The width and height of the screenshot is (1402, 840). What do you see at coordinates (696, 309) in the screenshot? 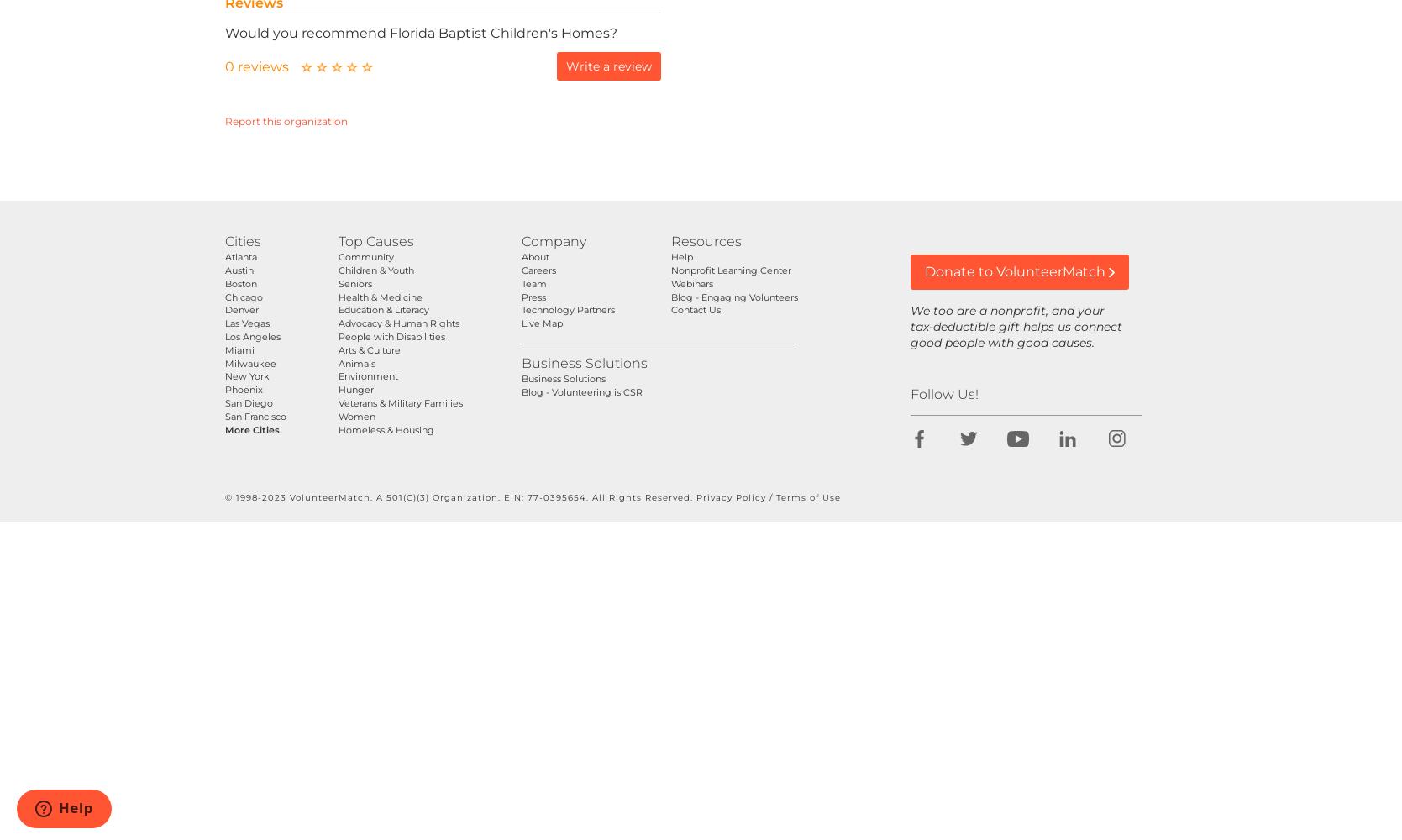
I see `'Contact Us'` at bounding box center [696, 309].